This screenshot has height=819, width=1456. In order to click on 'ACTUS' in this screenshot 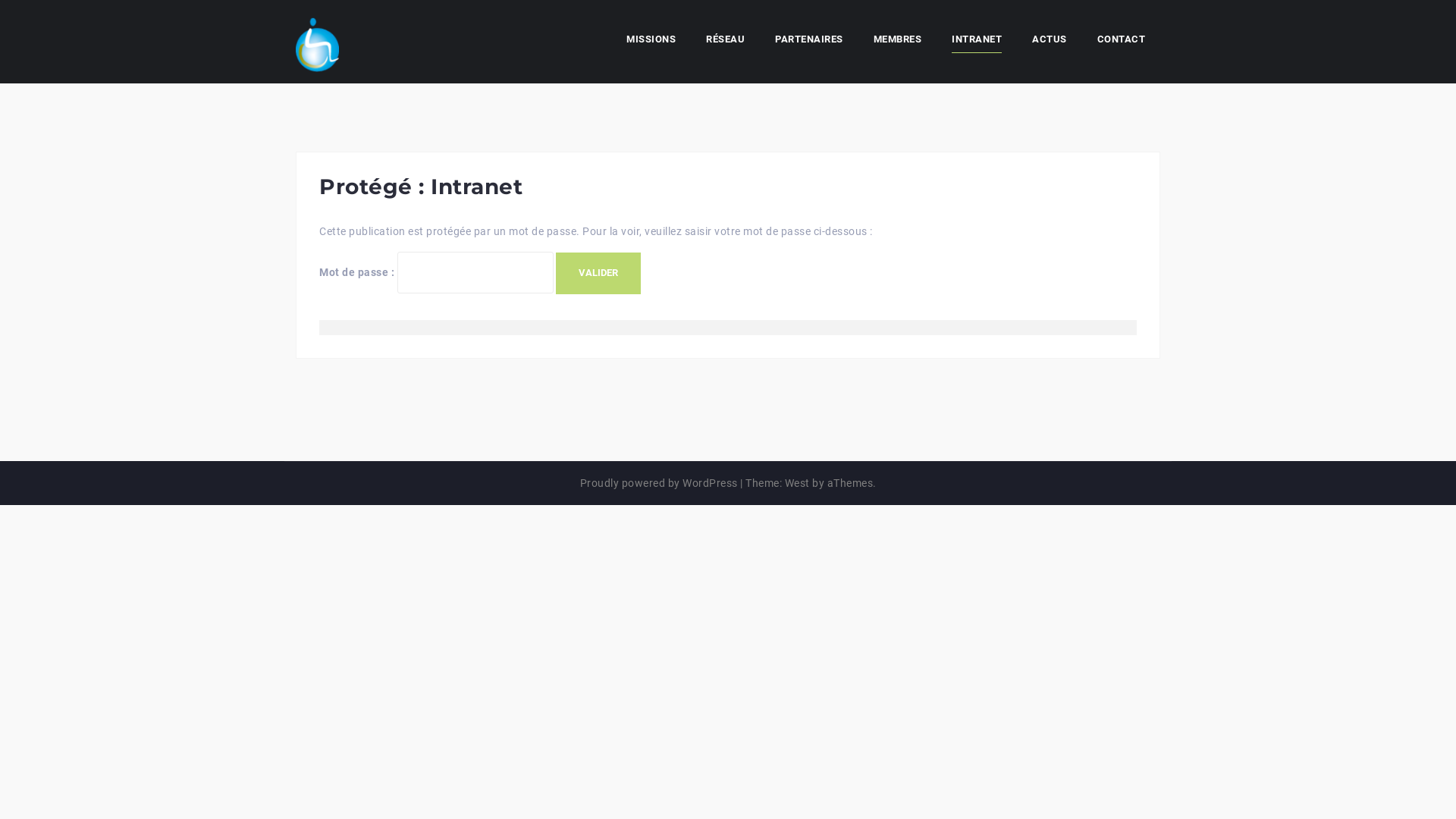, I will do `click(1048, 40)`.